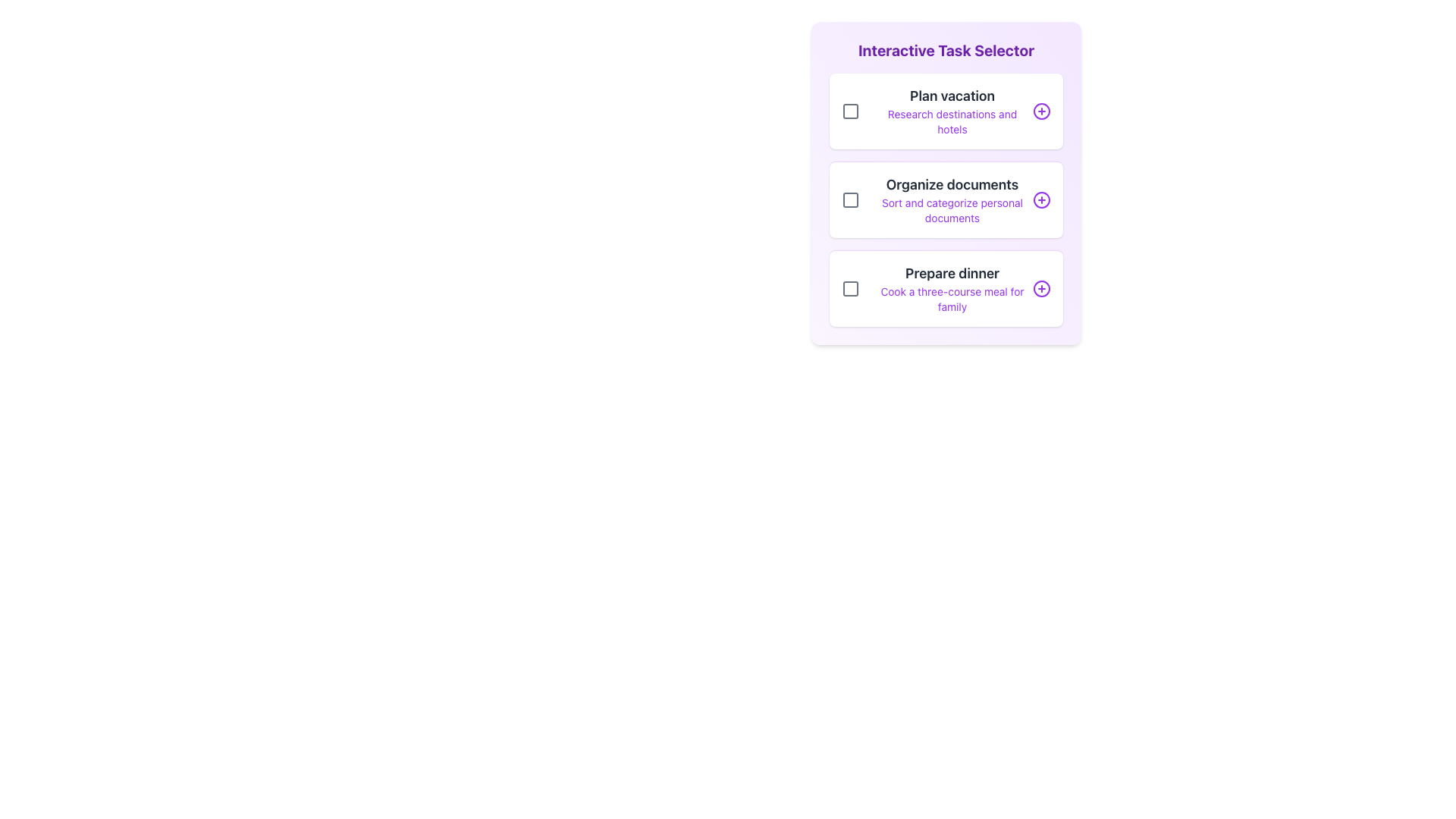 The image size is (1456, 819). I want to click on the circular outline of the icon that signifies the action of adding or interacting with the 'Organize documents' task, located on the right-hand side of the second task in the vertical list, so click(1040, 199).